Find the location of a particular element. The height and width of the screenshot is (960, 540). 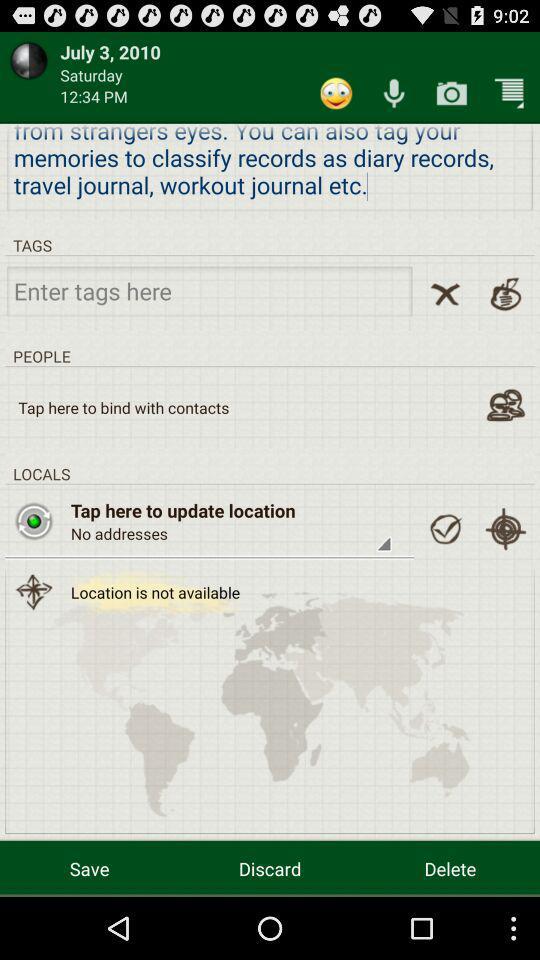

the icon next to the tap here to item is located at coordinates (33, 520).